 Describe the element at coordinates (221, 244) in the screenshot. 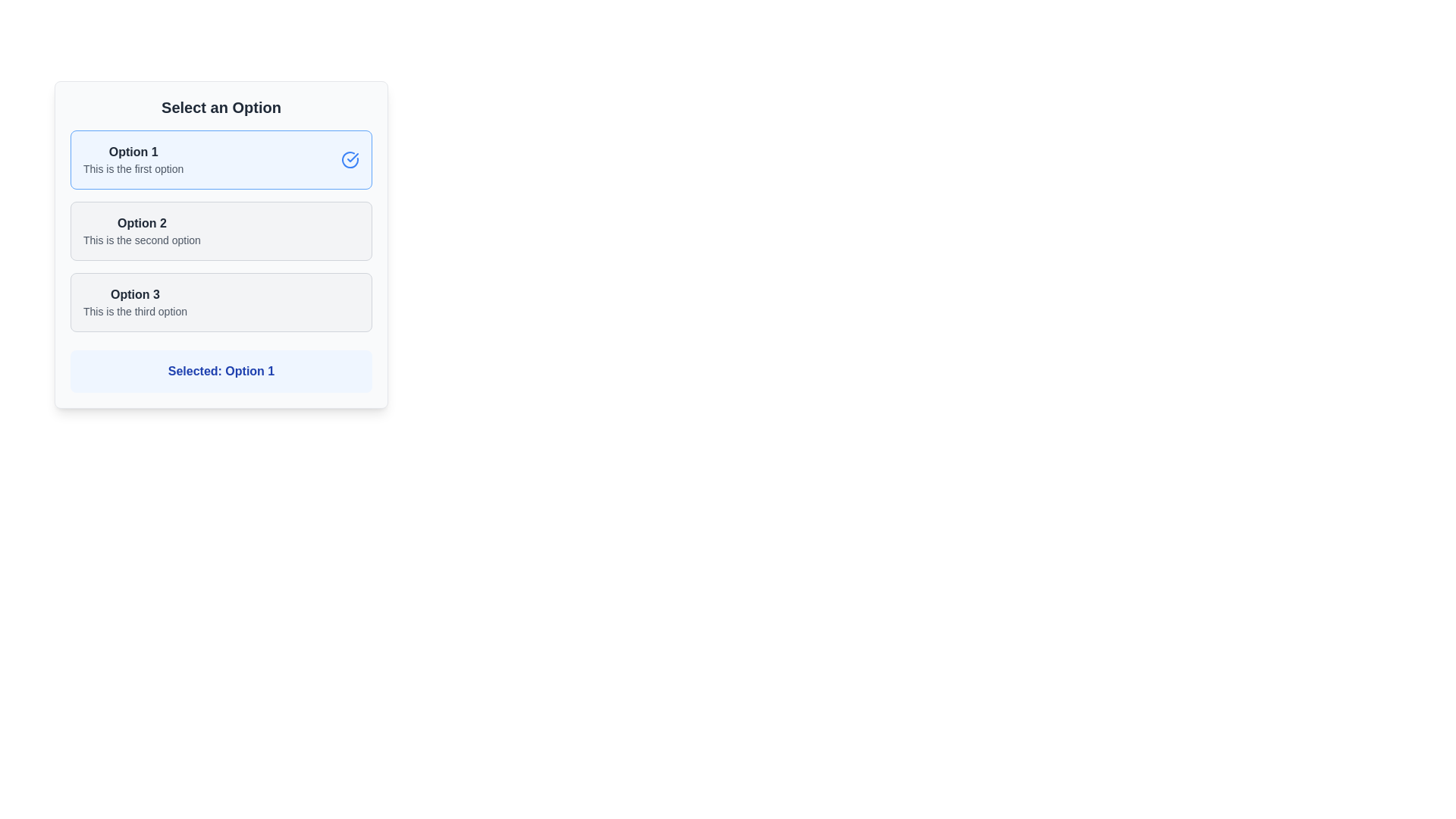

I see `the selectable list item box containing 'Option 2'` at that location.